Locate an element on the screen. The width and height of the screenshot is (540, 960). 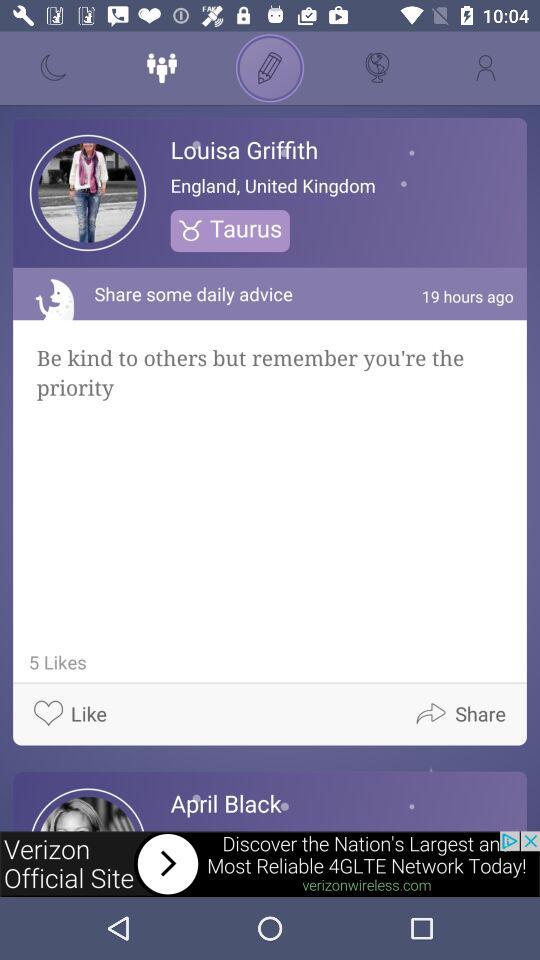
the moon icon at top left corner of the page is located at coordinates (54, 68).